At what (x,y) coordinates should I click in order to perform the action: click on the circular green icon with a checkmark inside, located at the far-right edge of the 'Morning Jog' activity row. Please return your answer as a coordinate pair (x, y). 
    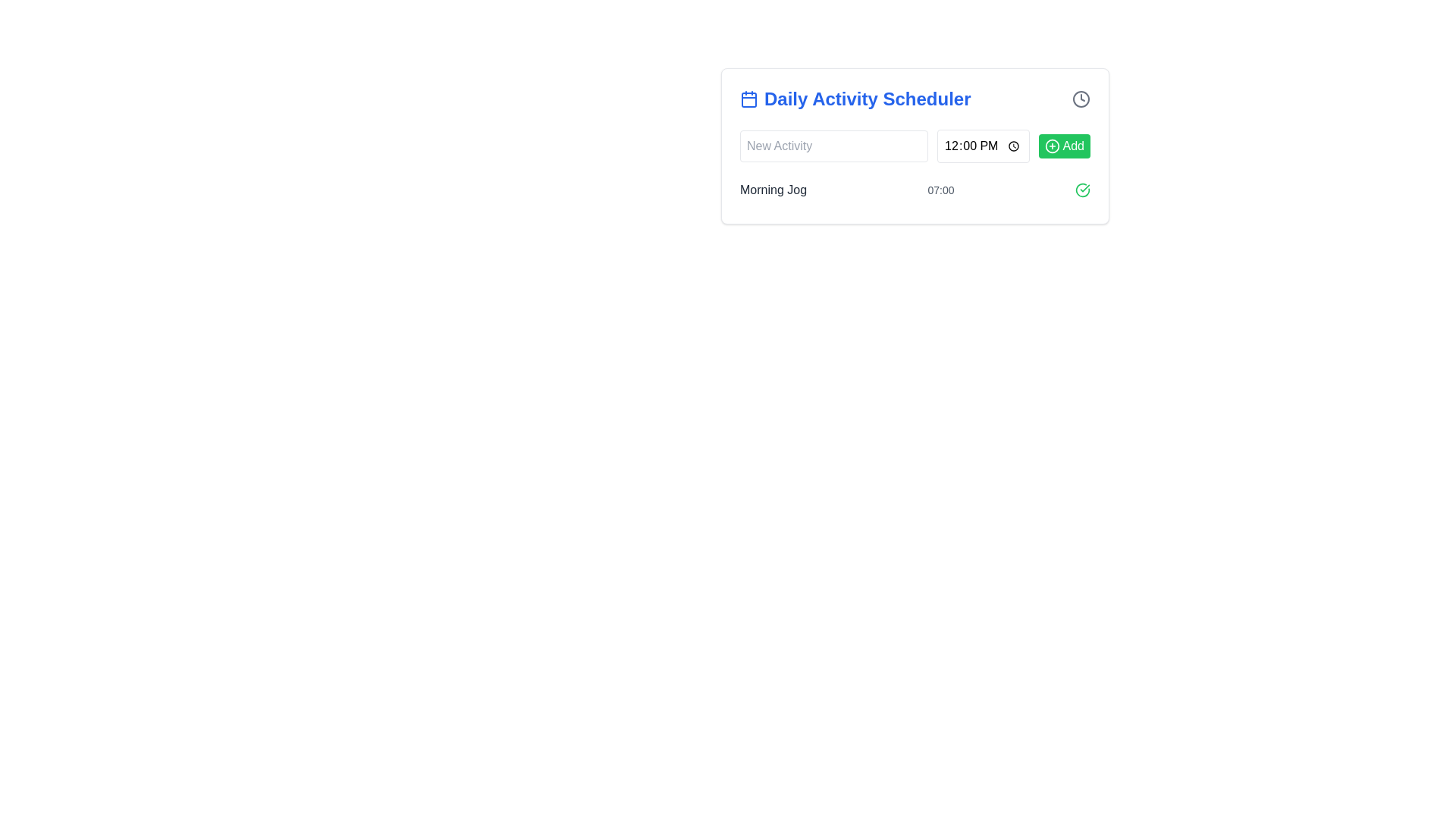
    Looking at the image, I should click on (1082, 189).